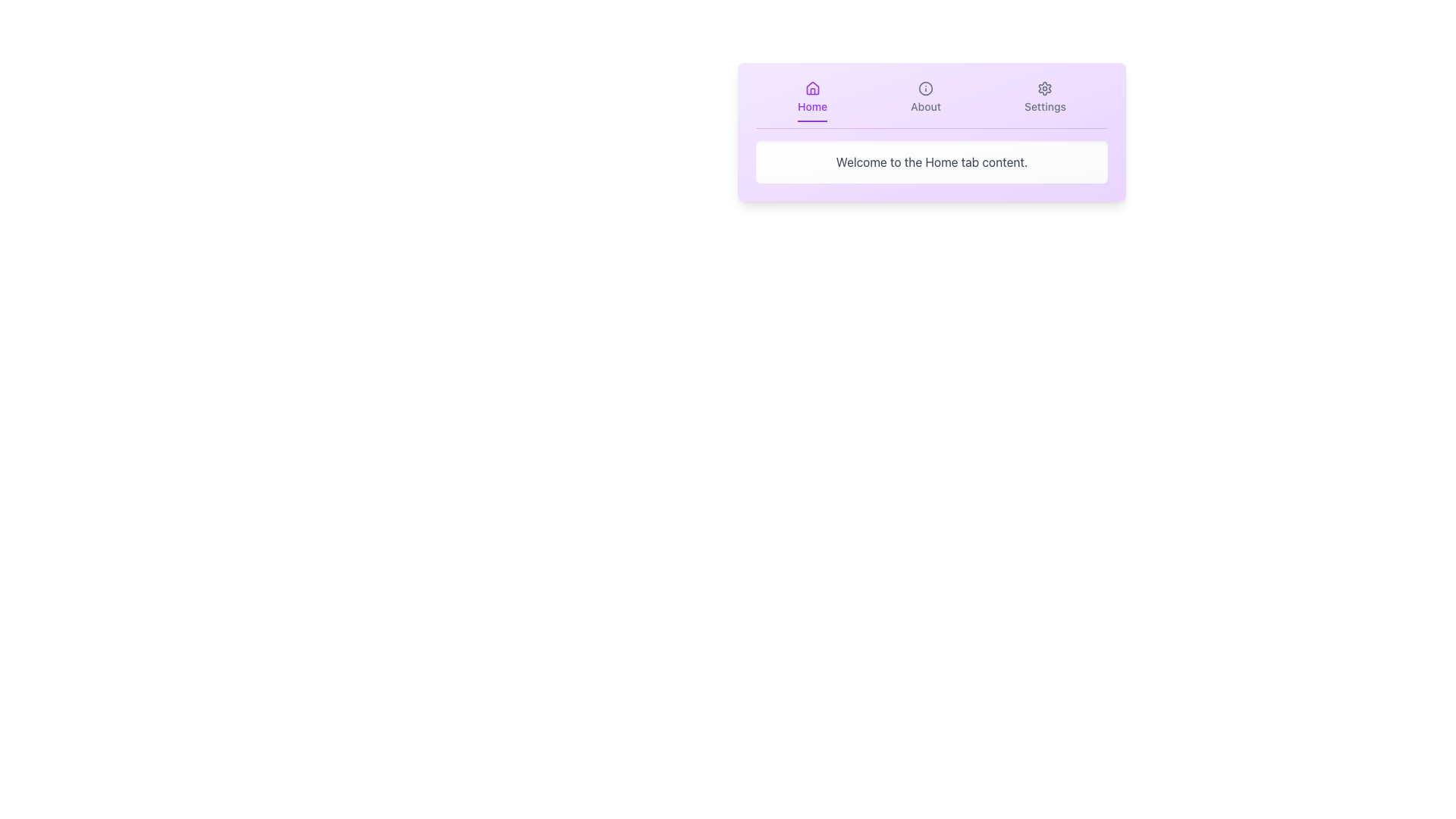 The height and width of the screenshot is (819, 1456). Describe the element at coordinates (811, 102) in the screenshot. I see `the navigational button that redirects users to the home section of the application, located at the upper central area of the interface, to apply the hover effect` at that location.